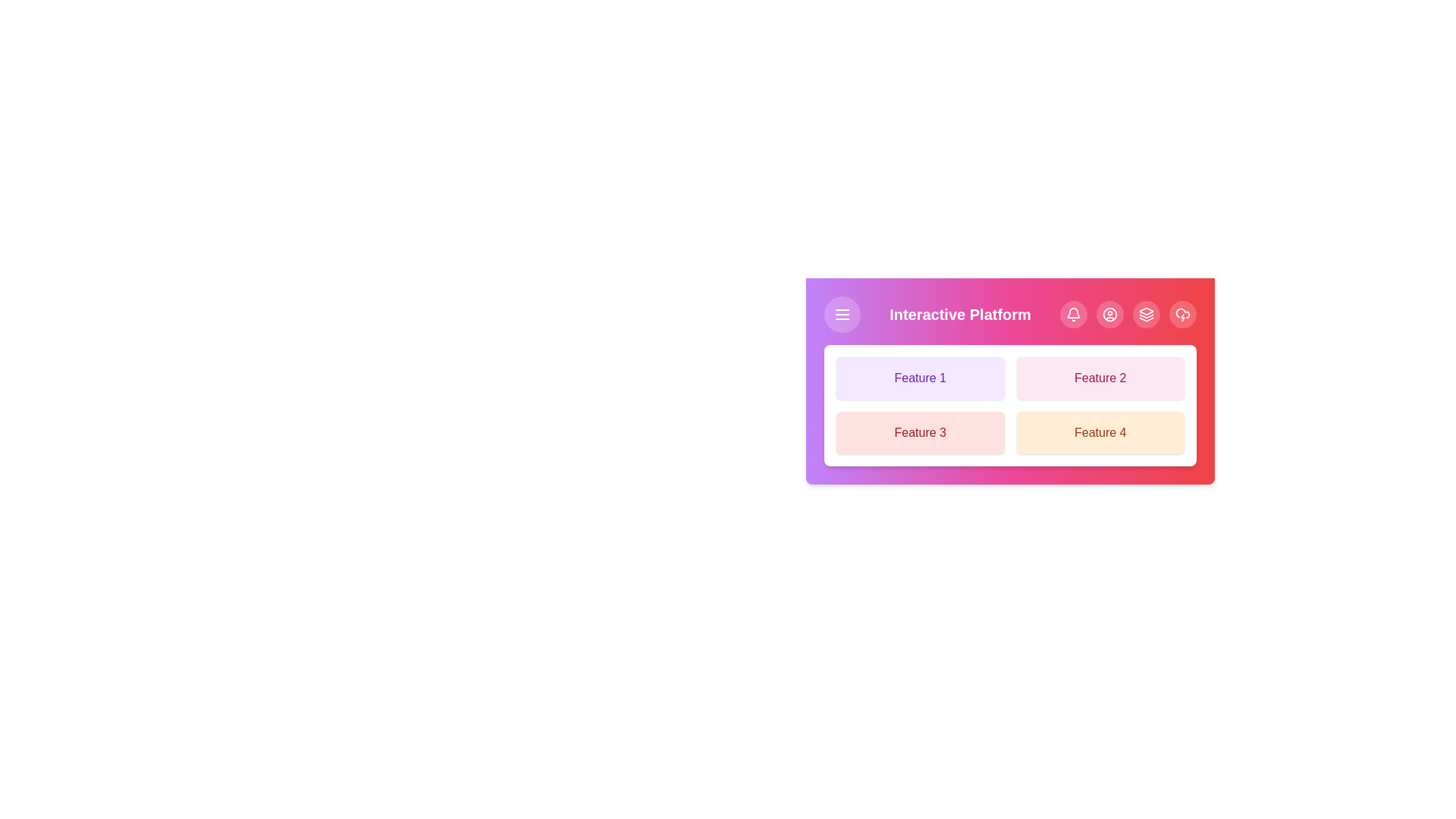 The width and height of the screenshot is (1456, 819). Describe the element at coordinates (1100, 377) in the screenshot. I see `the feature button corresponding to Feature 2` at that location.